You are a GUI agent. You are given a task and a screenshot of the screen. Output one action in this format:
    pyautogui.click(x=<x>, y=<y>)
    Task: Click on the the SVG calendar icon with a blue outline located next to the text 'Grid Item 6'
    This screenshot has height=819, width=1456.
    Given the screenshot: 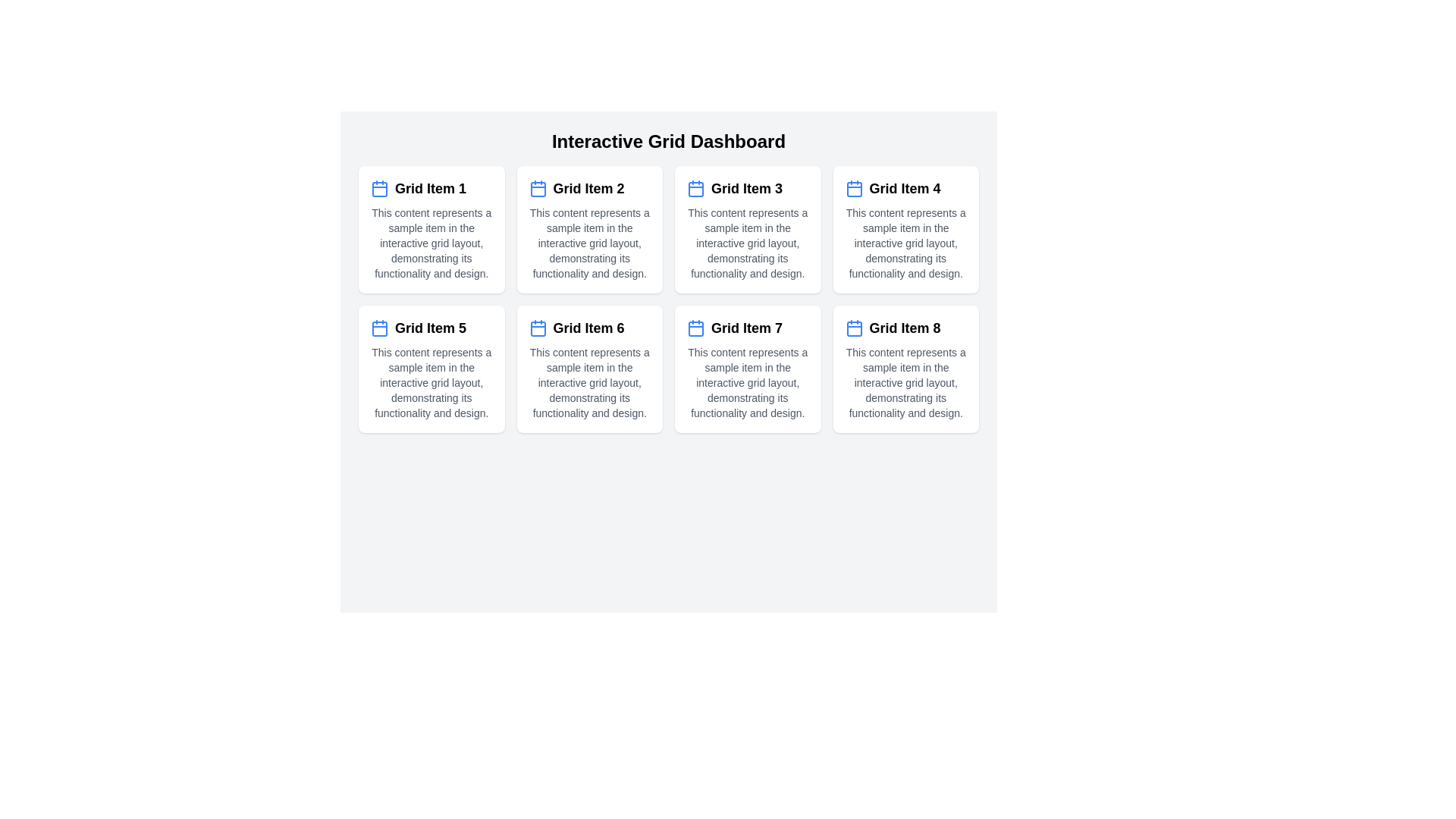 What is the action you would take?
    pyautogui.click(x=538, y=327)
    